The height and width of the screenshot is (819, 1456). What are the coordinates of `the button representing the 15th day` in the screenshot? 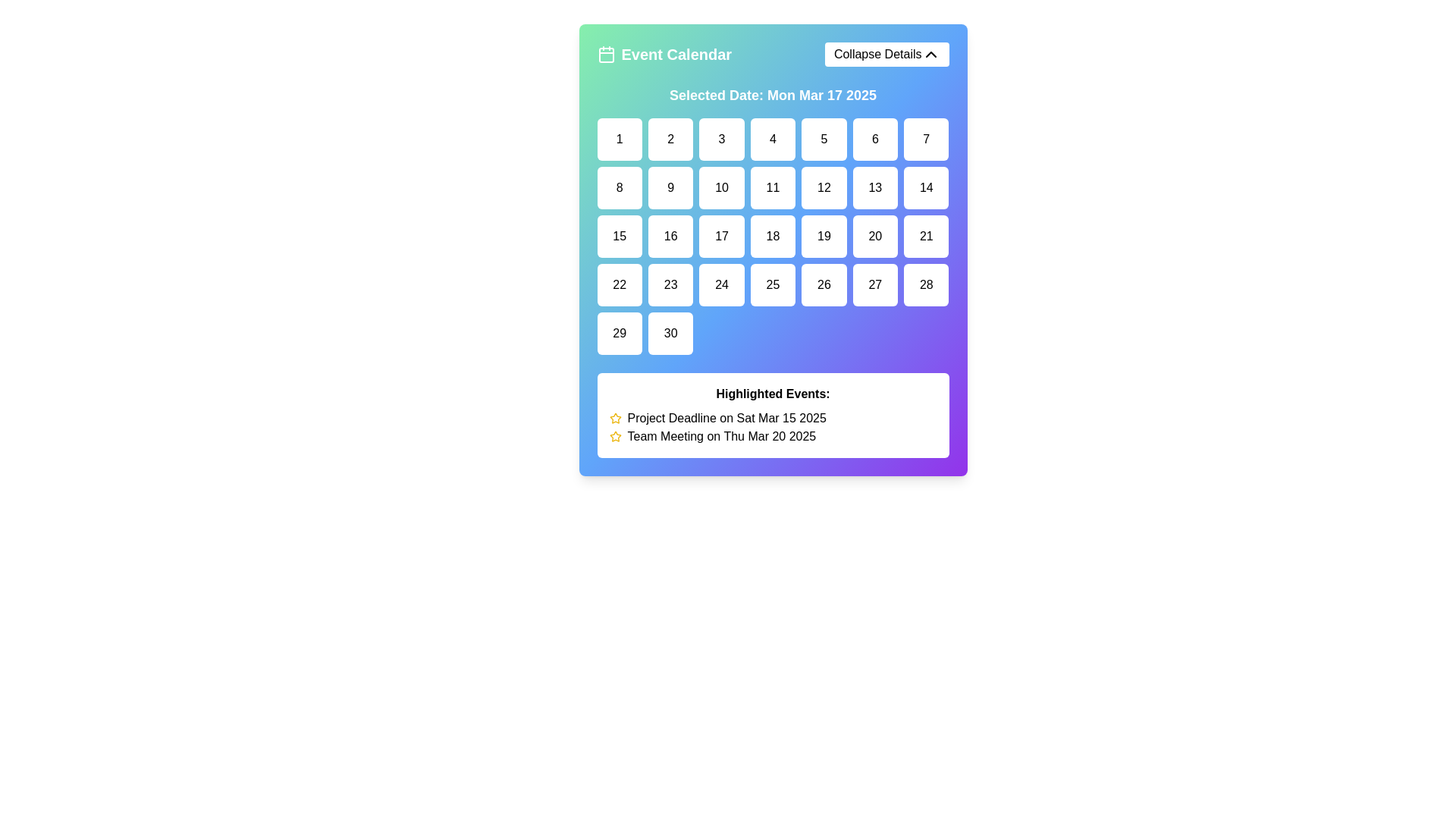 It's located at (620, 237).